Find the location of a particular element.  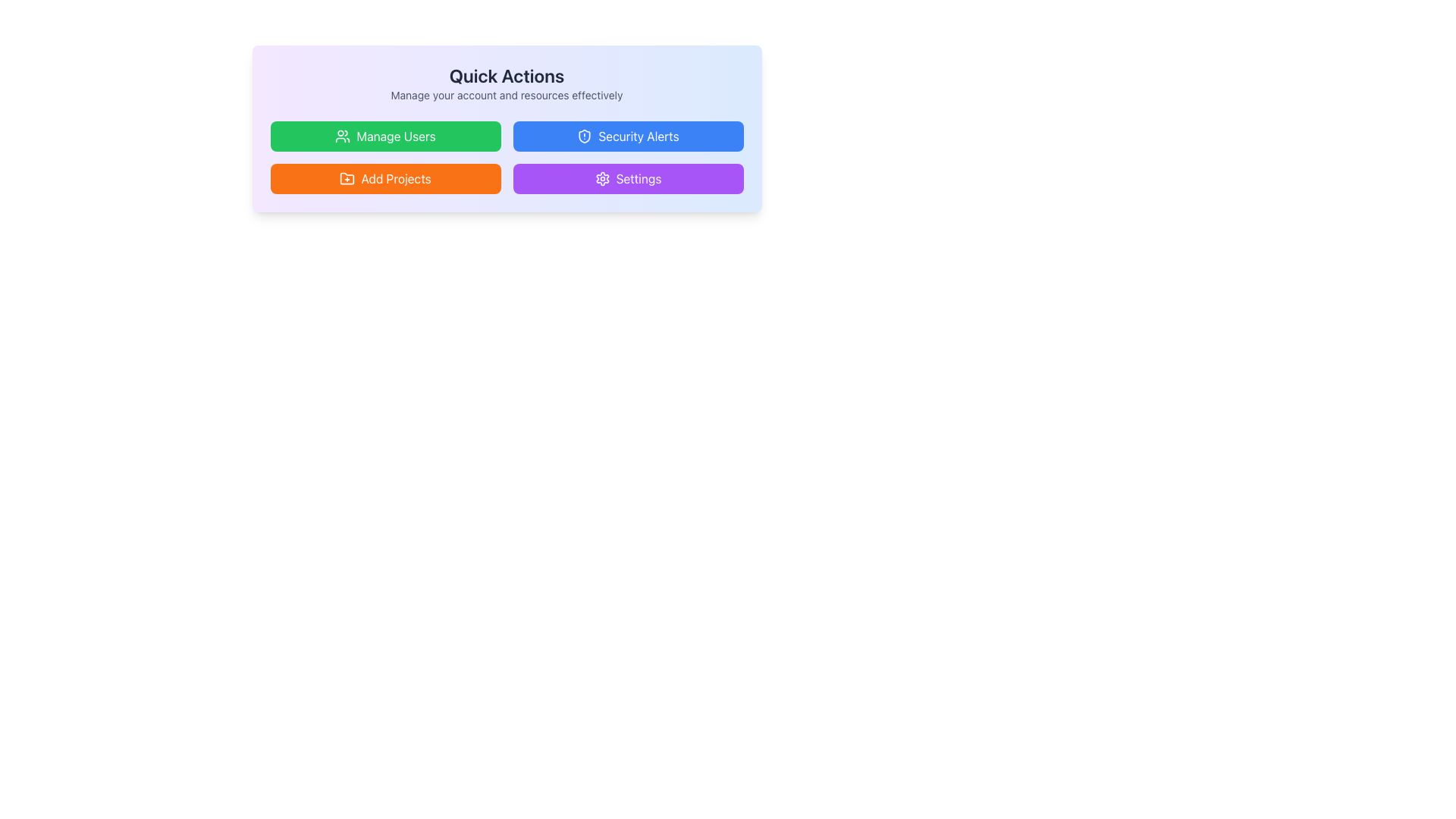

the textual heading element titled 'Quick Actions' is located at coordinates (507, 83).